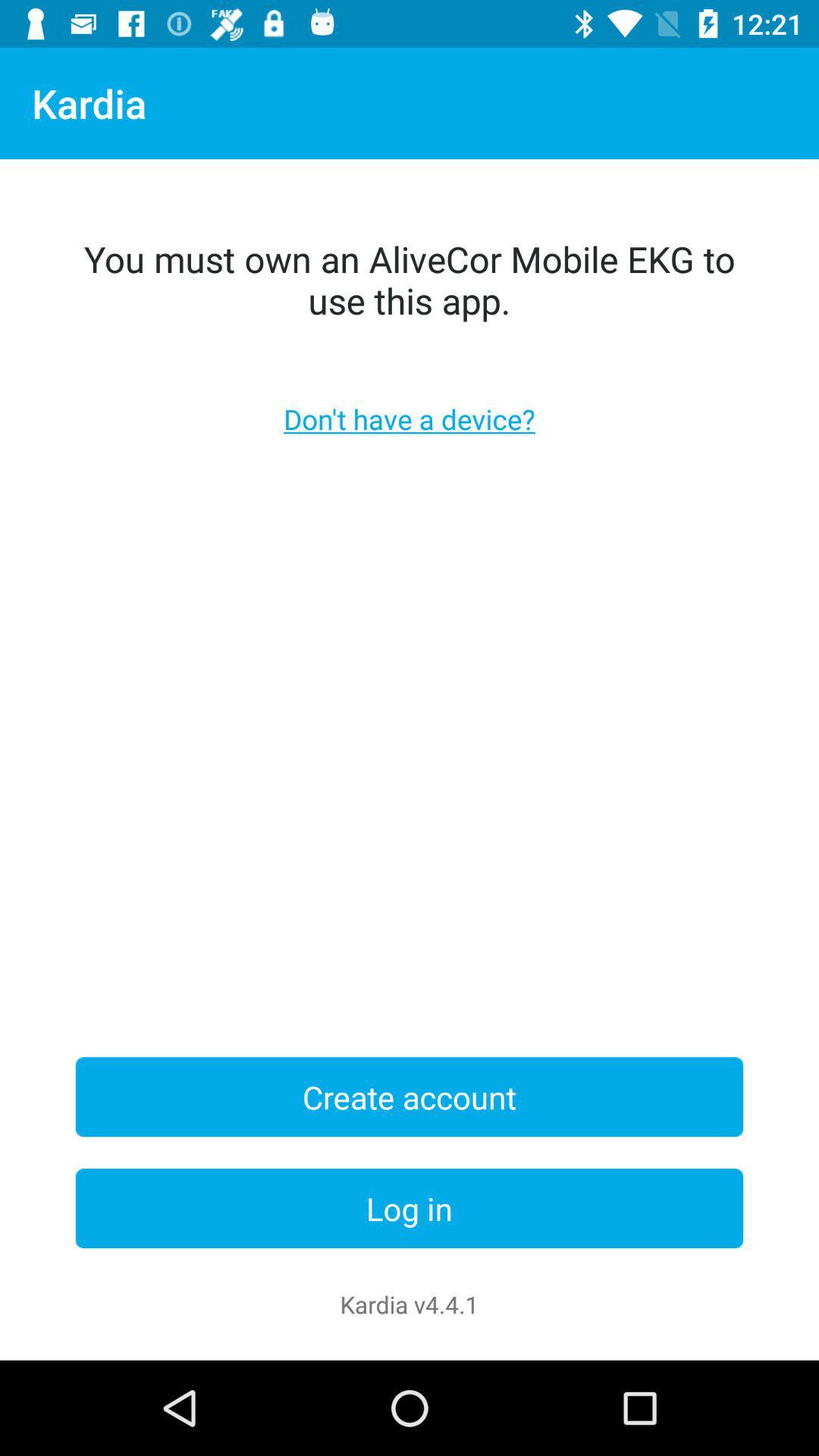  Describe the element at coordinates (409, 1097) in the screenshot. I see `item above log in icon` at that location.